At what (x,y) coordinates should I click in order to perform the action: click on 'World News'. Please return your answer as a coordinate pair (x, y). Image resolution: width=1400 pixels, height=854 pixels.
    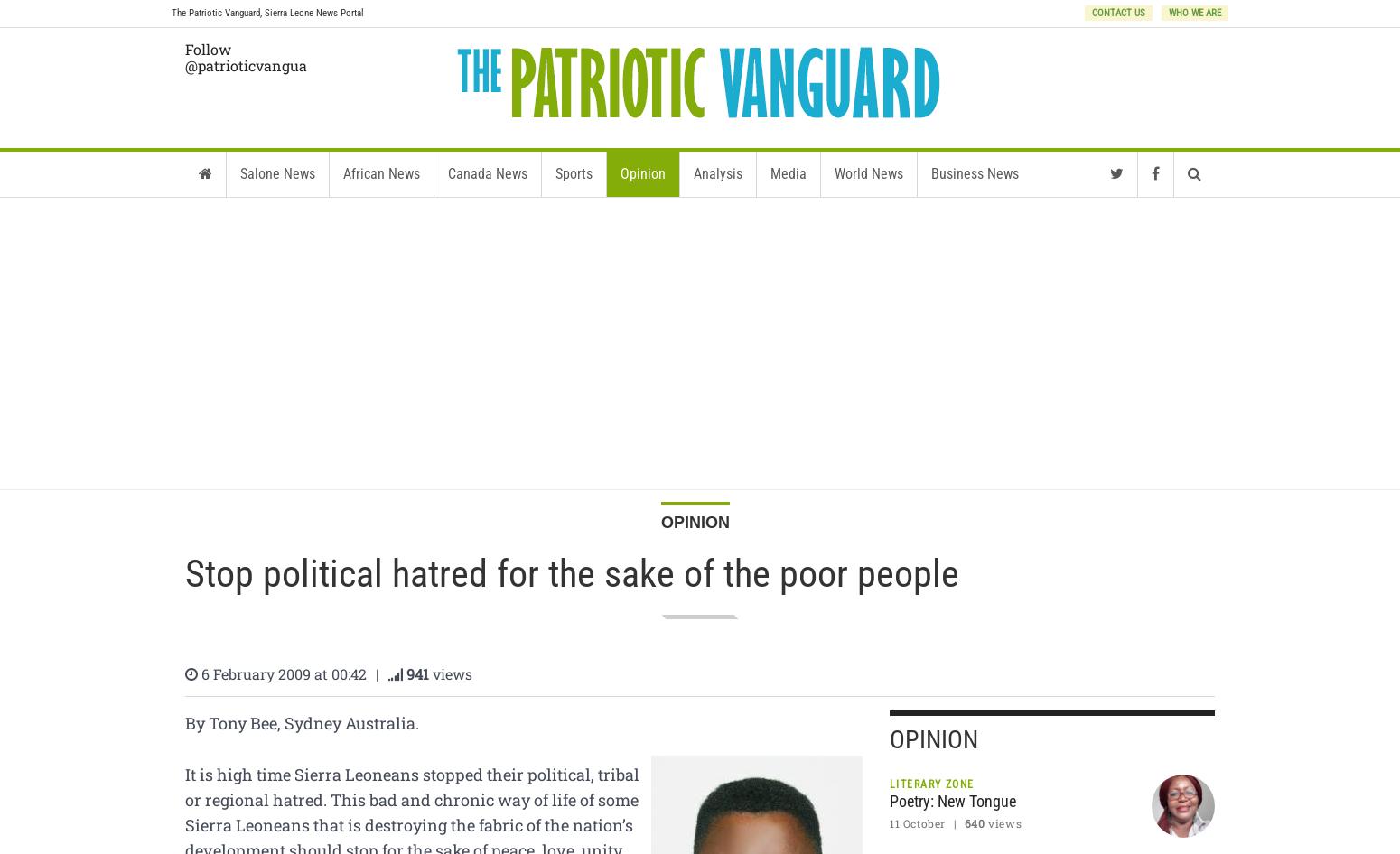
    Looking at the image, I should click on (867, 173).